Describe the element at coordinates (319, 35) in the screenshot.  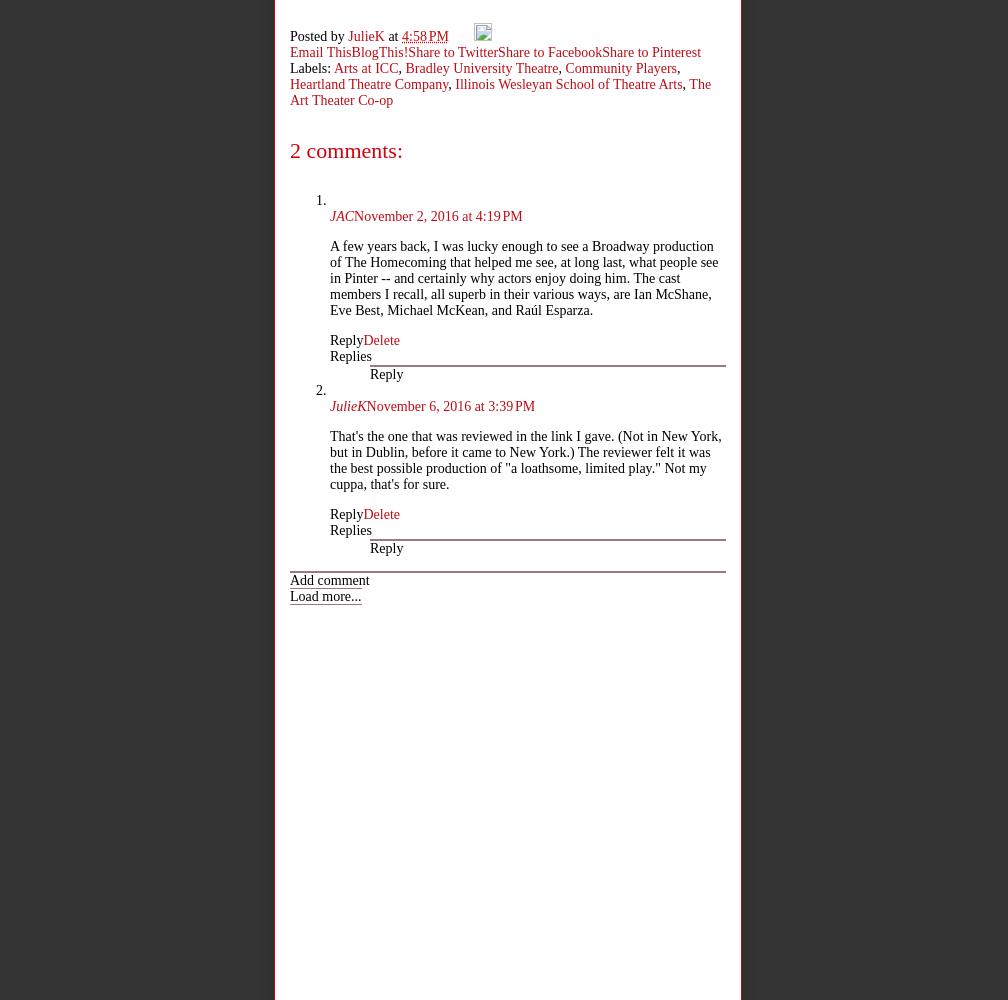
I see `'Posted by'` at that location.